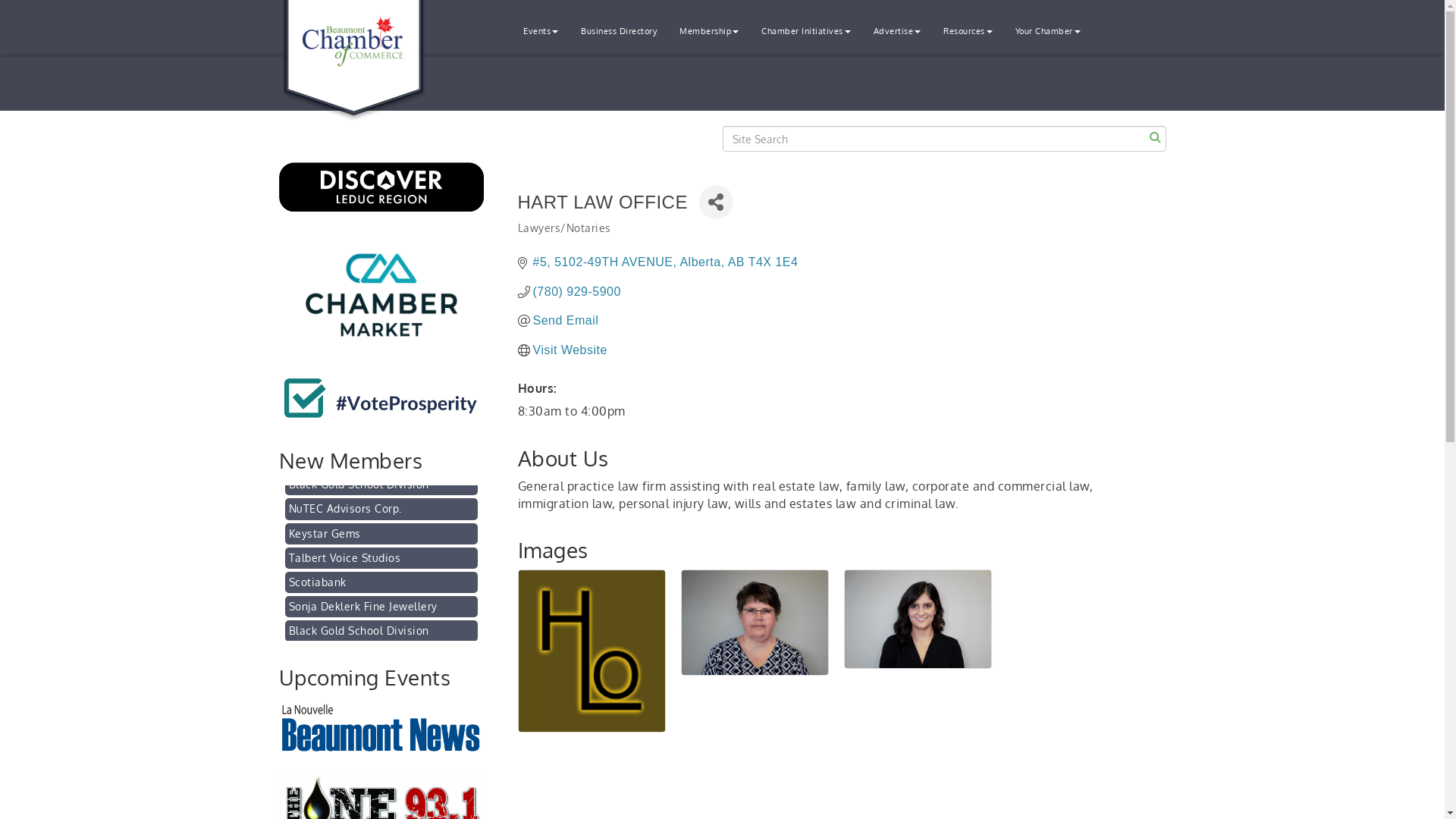 Image resolution: width=1456 pixels, height=819 pixels. I want to click on 'Events', so click(541, 31).